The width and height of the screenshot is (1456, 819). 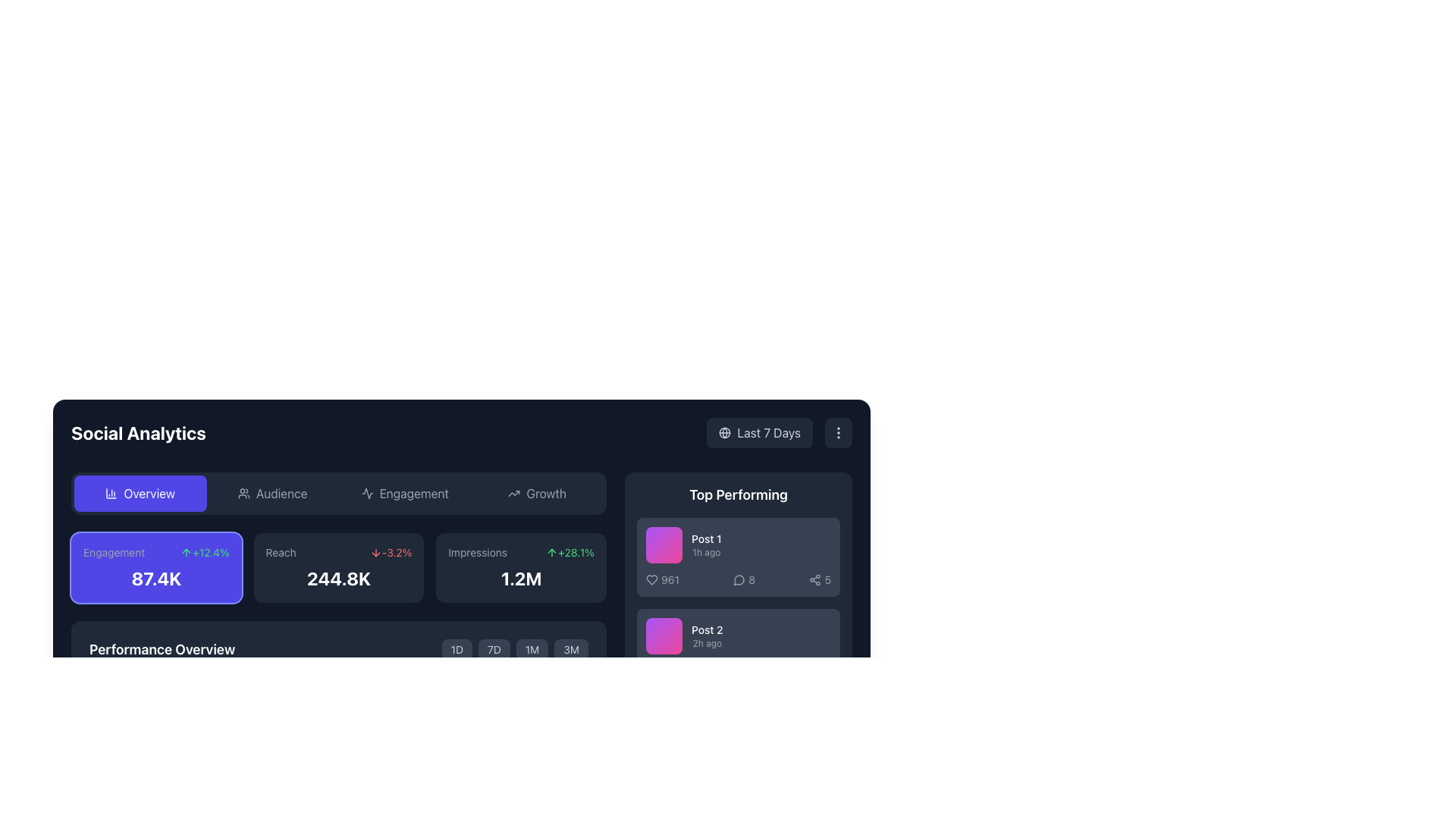 I want to click on the rectangular button with a dark gray background and light gray text reading 'Last 7 Days', which includes a globe icon to the left, so click(x=760, y=432).